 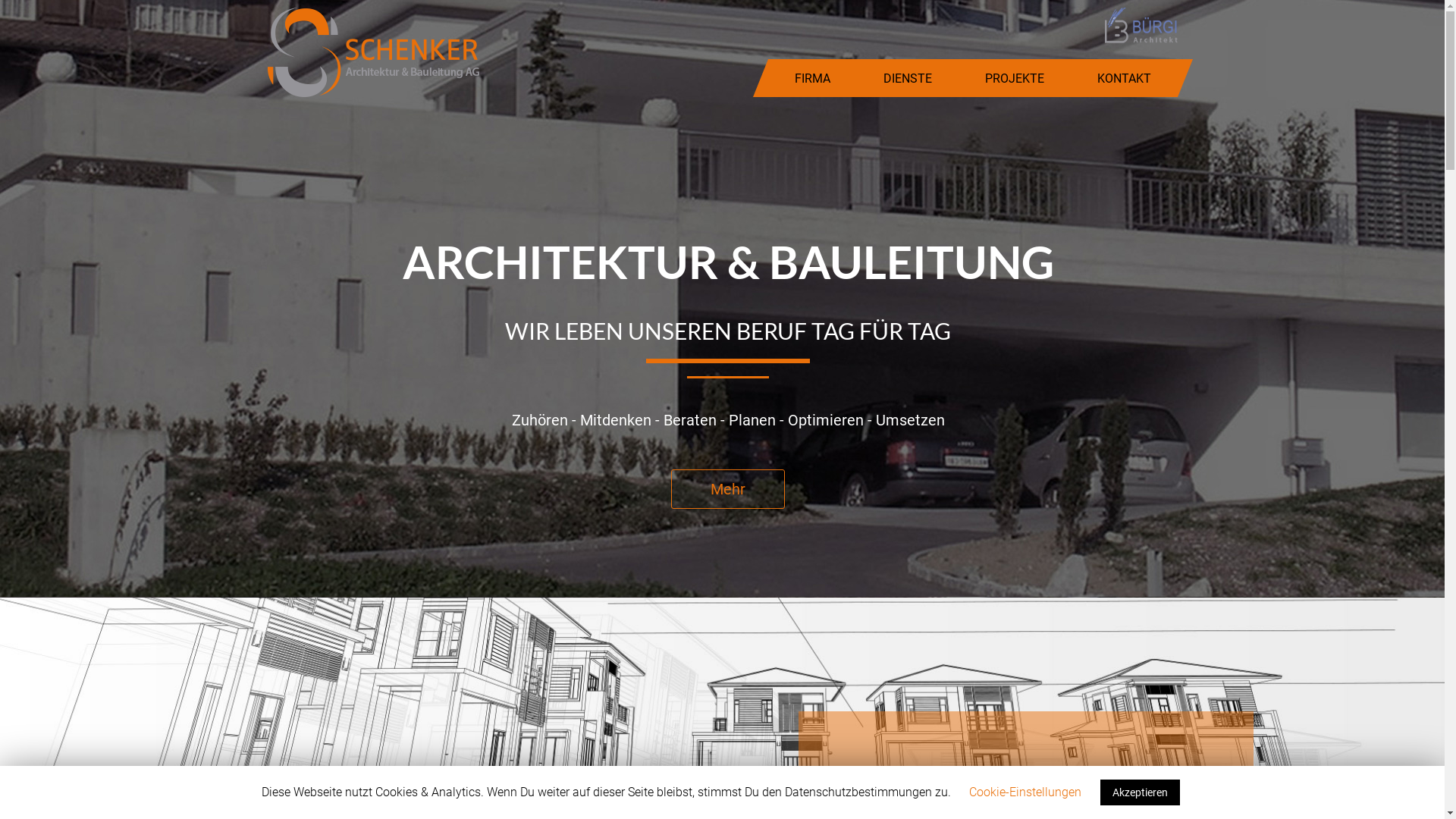 What do you see at coordinates (372, 50) in the screenshot?
I see `'Schenker Architektur & Bauleitung AG'` at bounding box center [372, 50].